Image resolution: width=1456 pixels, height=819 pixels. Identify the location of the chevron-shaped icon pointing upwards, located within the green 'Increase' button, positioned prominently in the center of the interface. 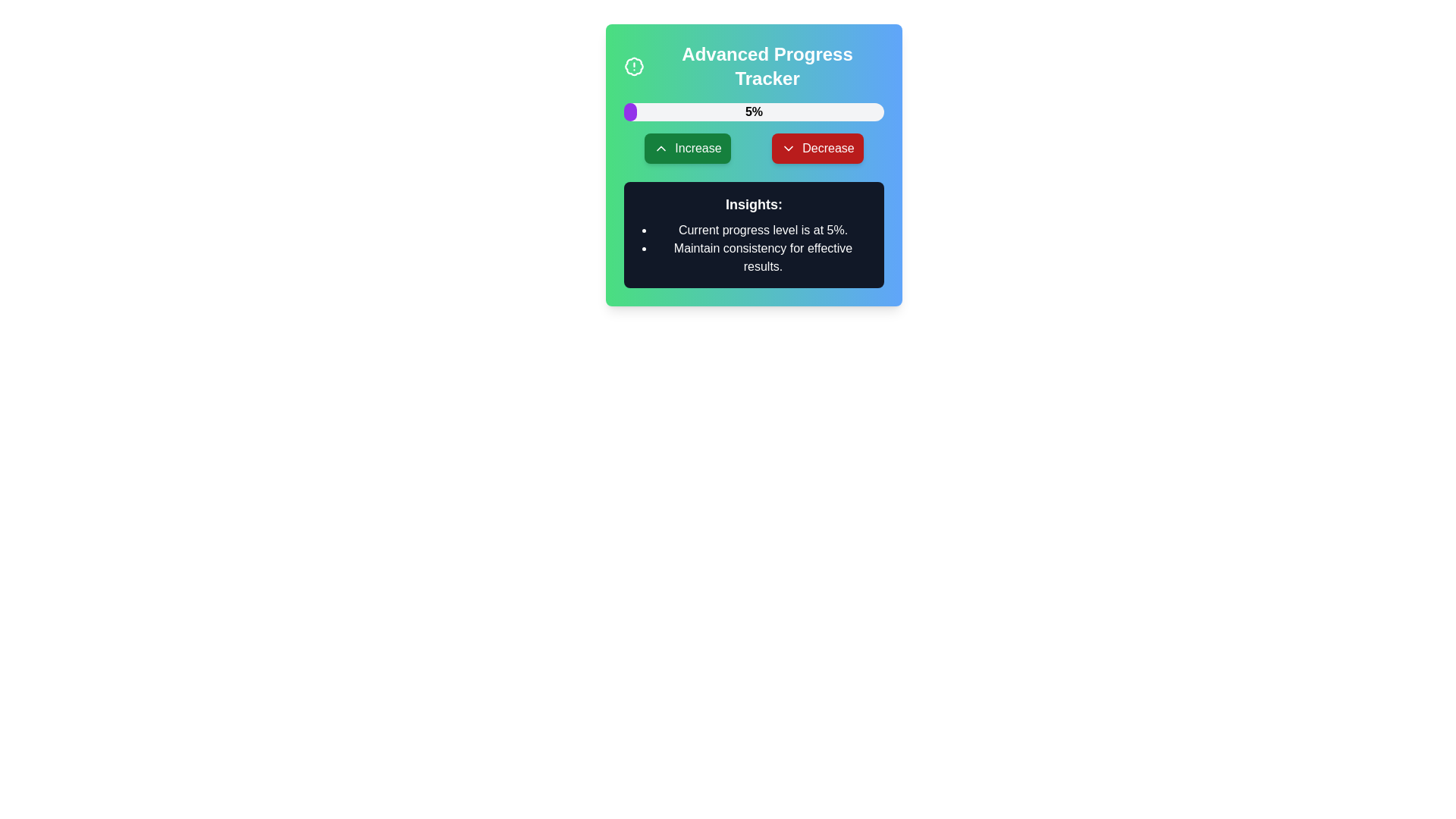
(661, 149).